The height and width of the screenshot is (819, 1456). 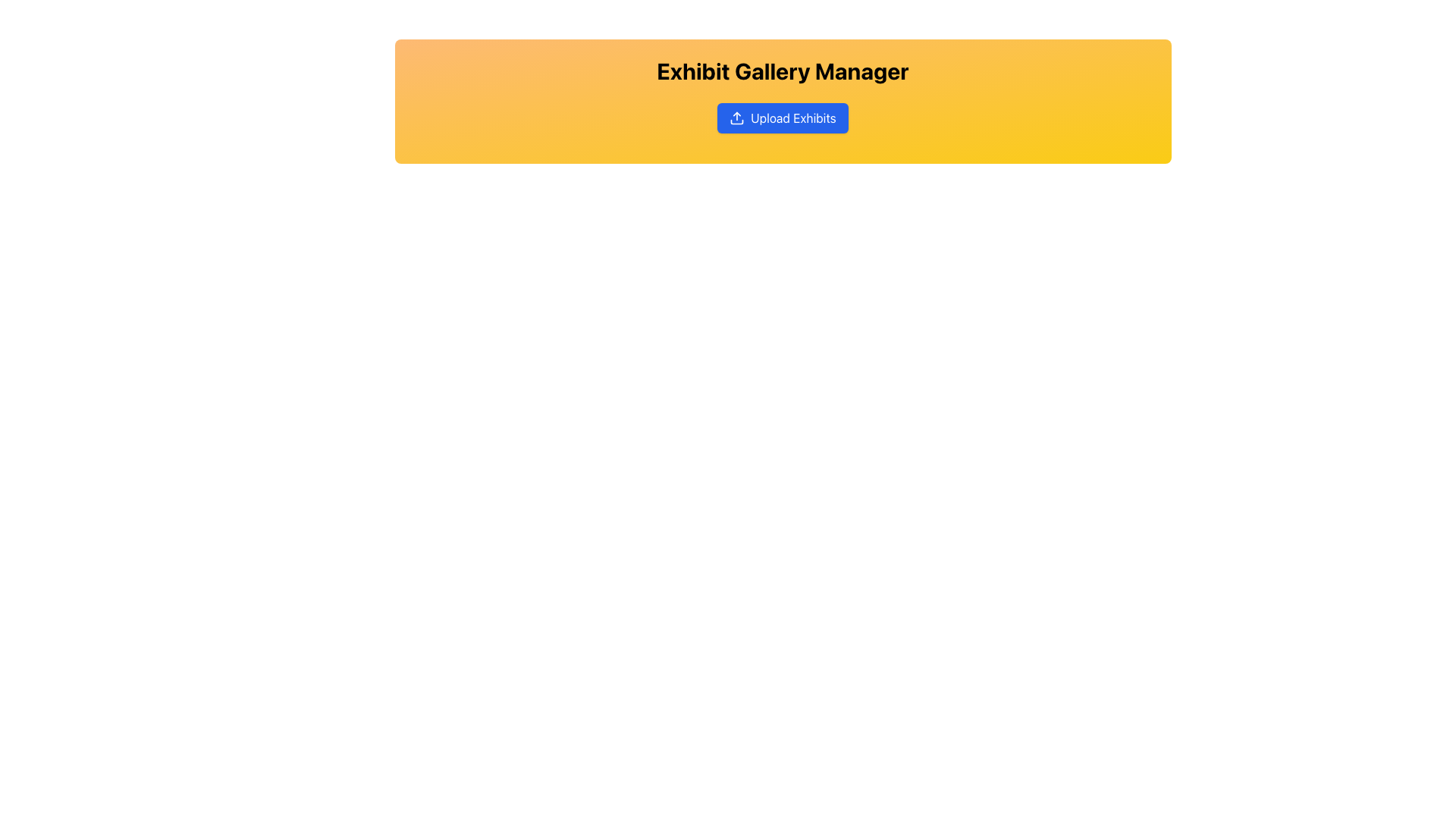 I want to click on the upload icon, which features a minimalist outlined arrow pointing upwards, located to the left of the 'Upload Exhibits' text within the blue button in the Exhibit Gallery Manager section, so click(x=737, y=117).